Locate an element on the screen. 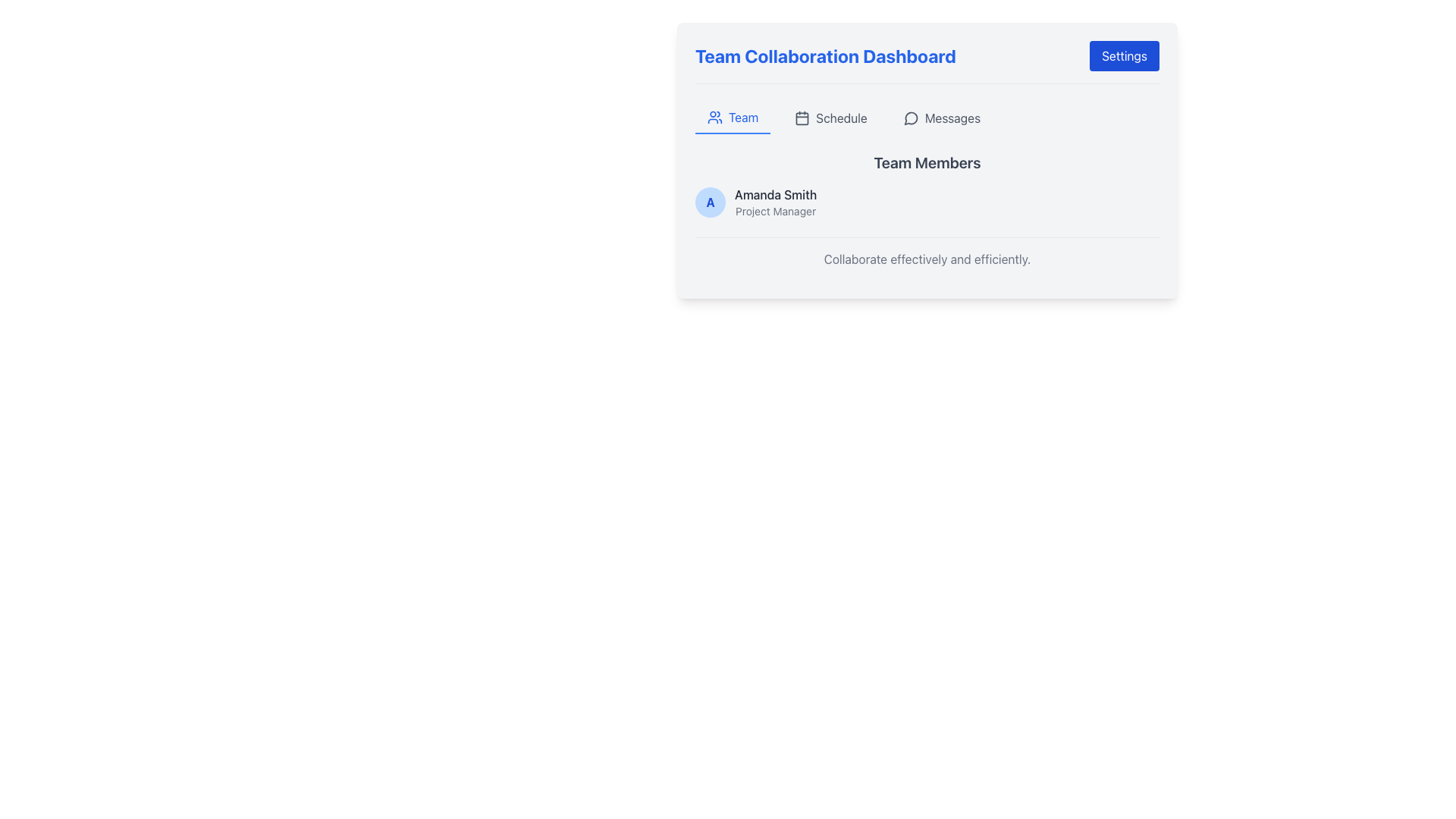 This screenshot has height=819, width=1456. the avatar representing Amanda Smith, which is located at the leftmost part of a horizontal group containing her textual details is located at coordinates (709, 201).